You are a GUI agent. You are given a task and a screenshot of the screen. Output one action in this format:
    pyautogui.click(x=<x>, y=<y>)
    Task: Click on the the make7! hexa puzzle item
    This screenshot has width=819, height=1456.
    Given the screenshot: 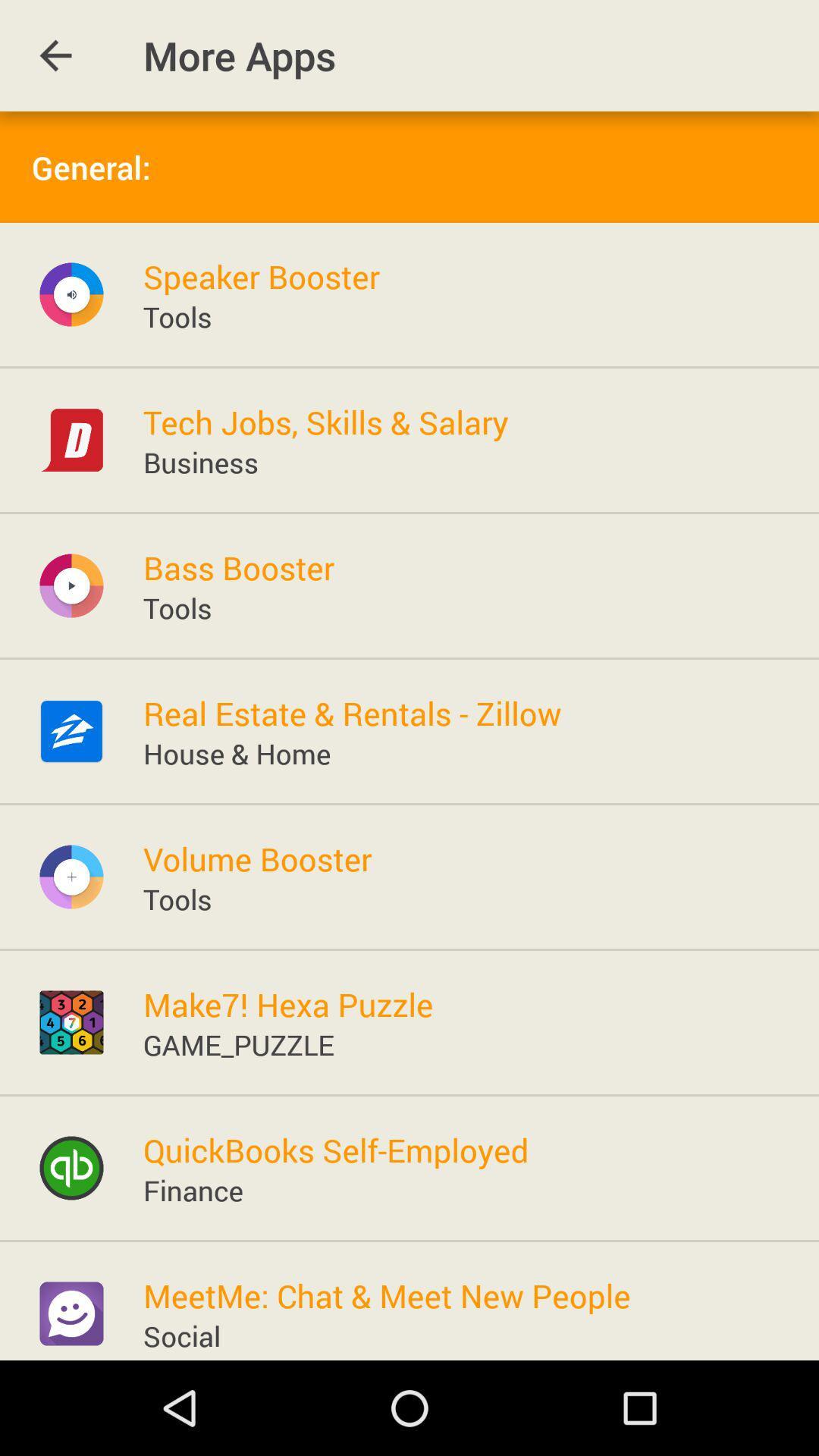 What is the action you would take?
    pyautogui.click(x=288, y=1004)
    